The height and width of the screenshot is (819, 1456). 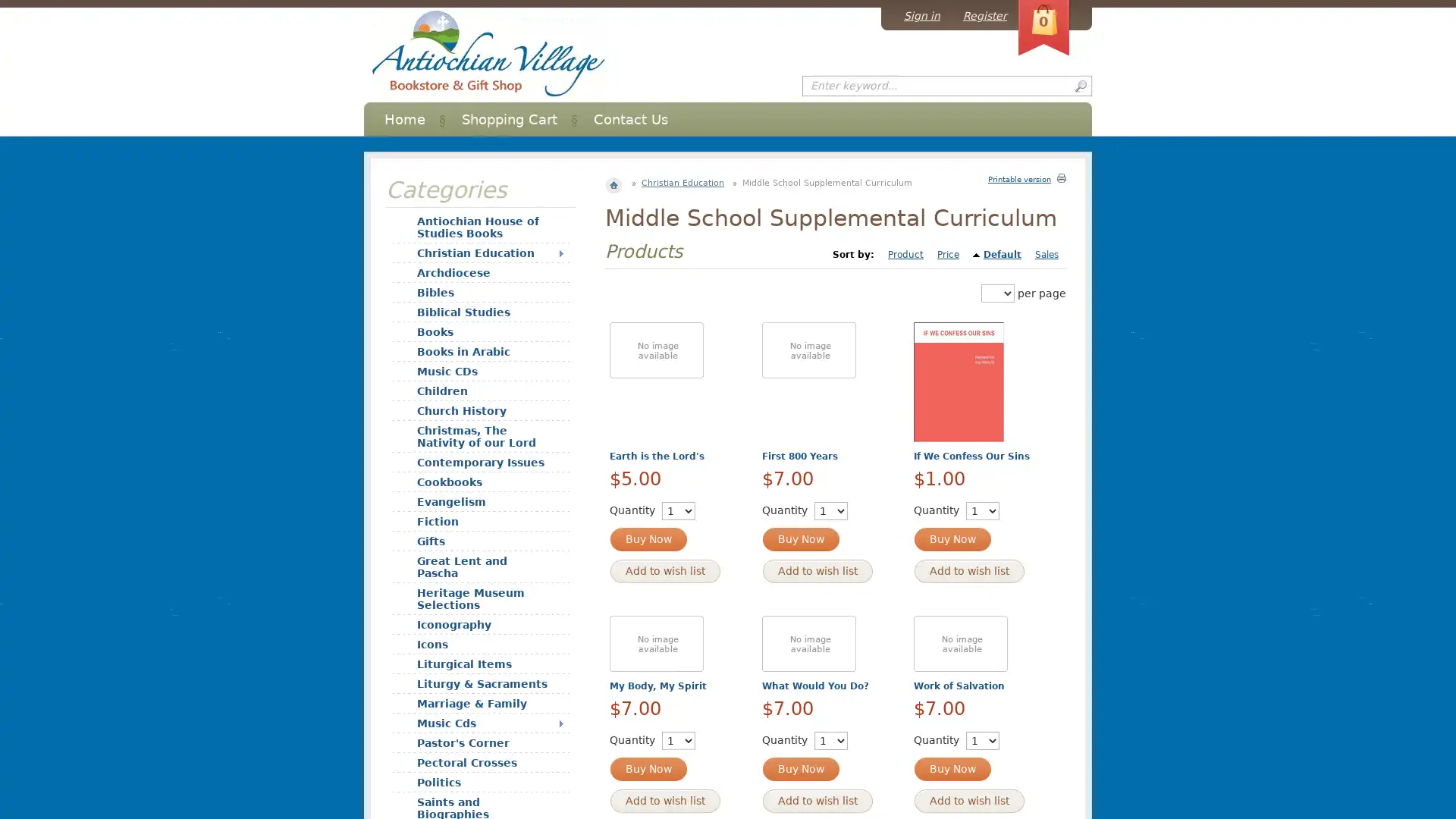 I want to click on Buy Now, so click(x=952, y=769).